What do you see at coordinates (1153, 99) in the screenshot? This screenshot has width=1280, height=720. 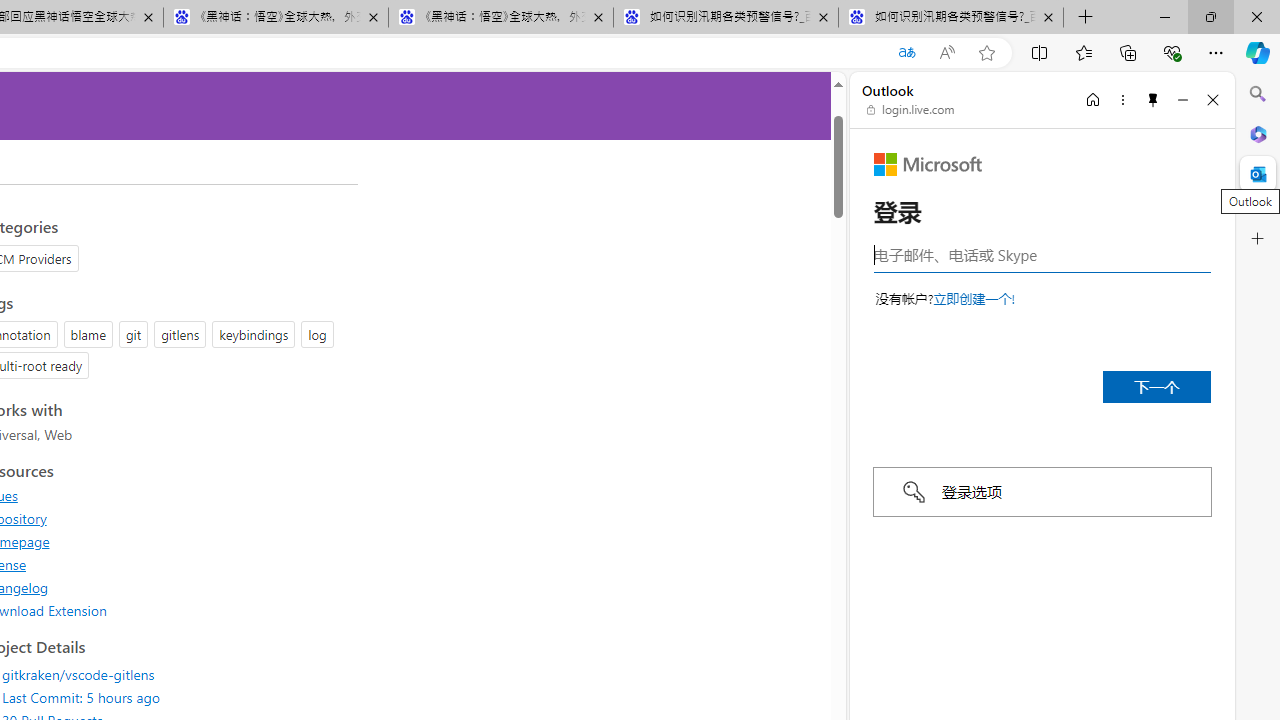 I see `'Unpin side pane'` at bounding box center [1153, 99].